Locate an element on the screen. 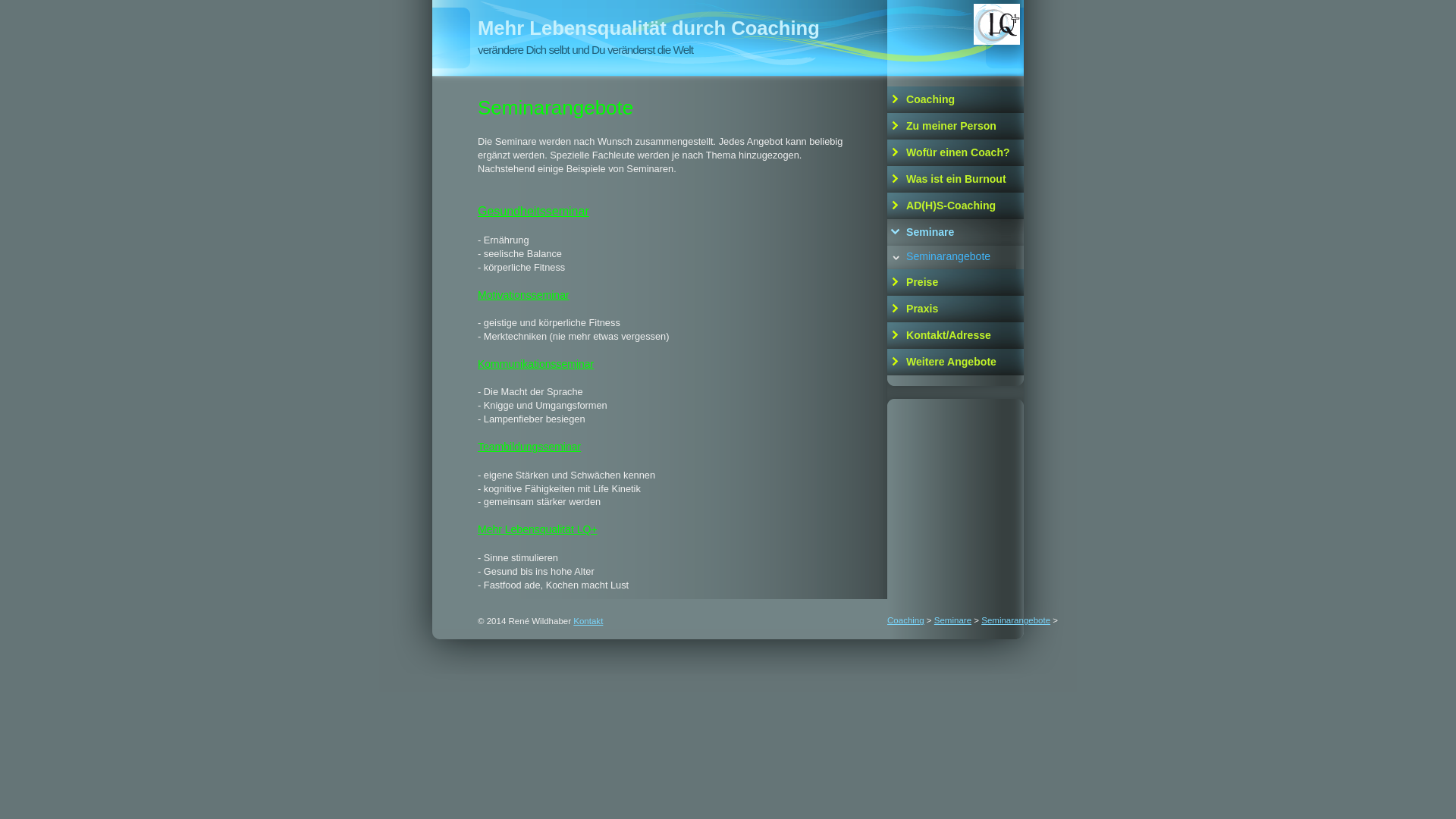  'Kontakt/Adresse' is located at coordinates (954, 334).